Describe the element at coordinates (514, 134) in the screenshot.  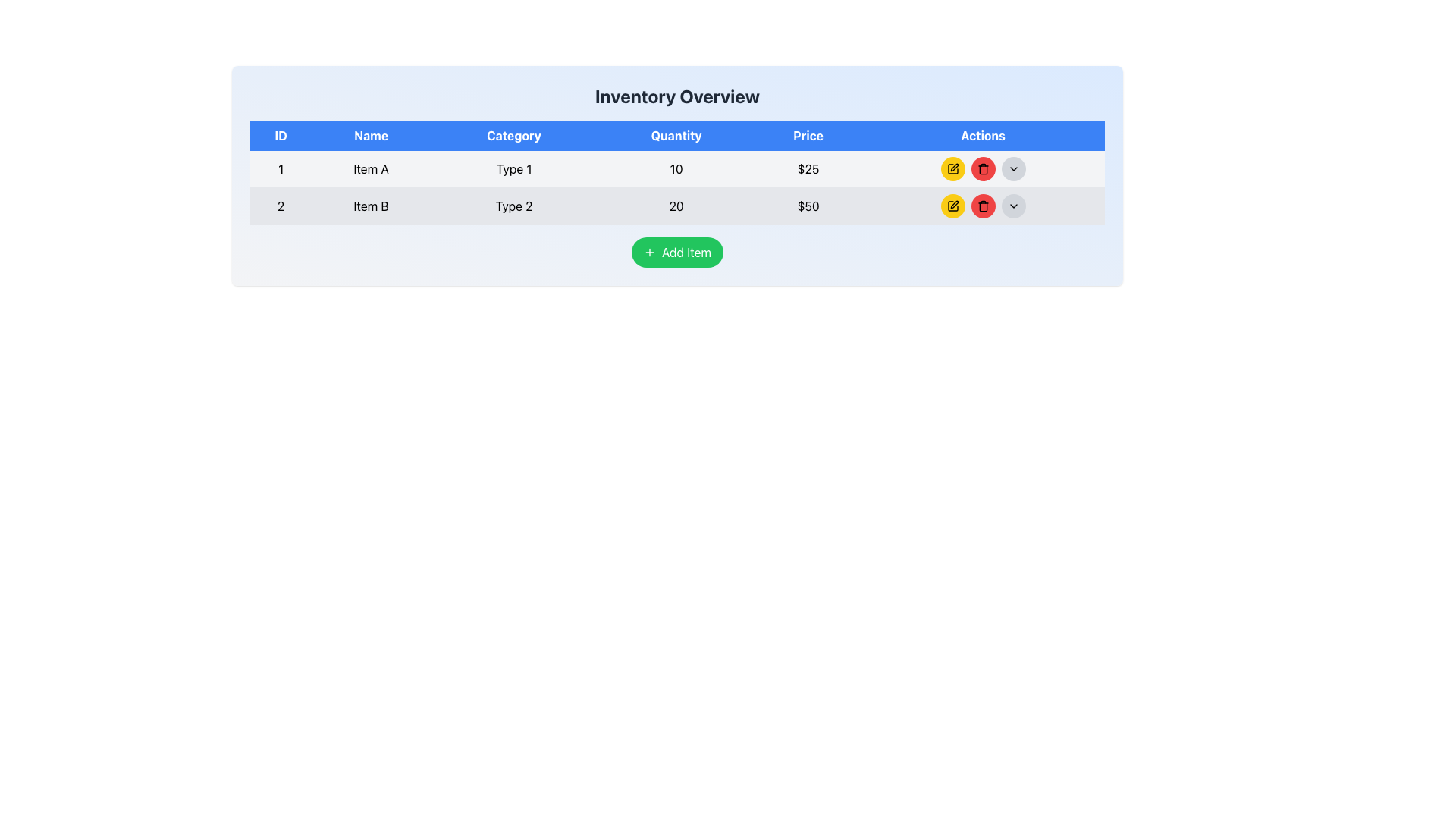
I see `the 'Category' text block, which is the third block in a series of horizontally arranged text blocks within a blue header bar, located between the 'Name' and 'Quantity' blocks` at that location.